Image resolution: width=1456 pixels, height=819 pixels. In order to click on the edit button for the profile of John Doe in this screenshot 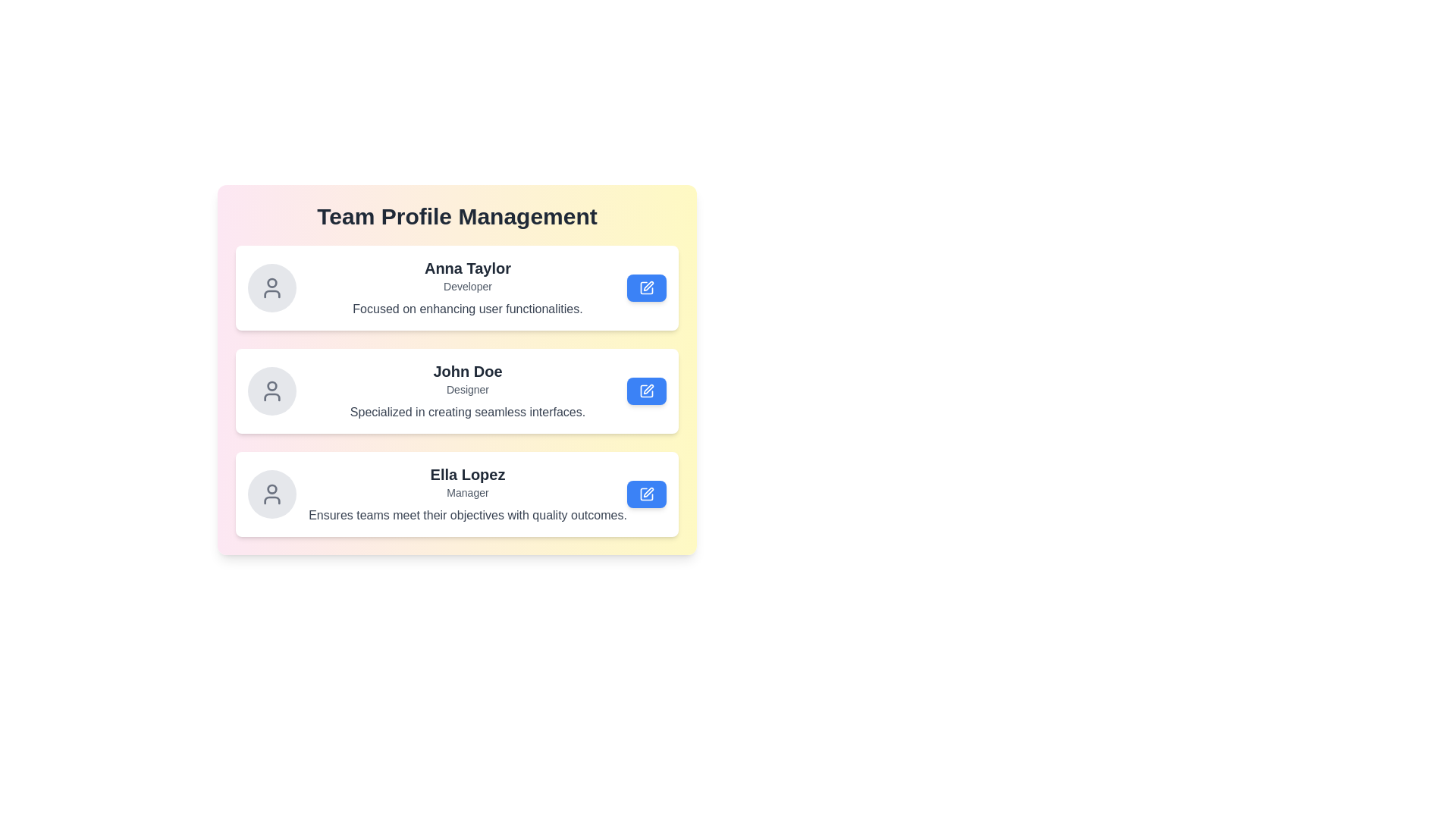, I will do `click(647, 391)`.